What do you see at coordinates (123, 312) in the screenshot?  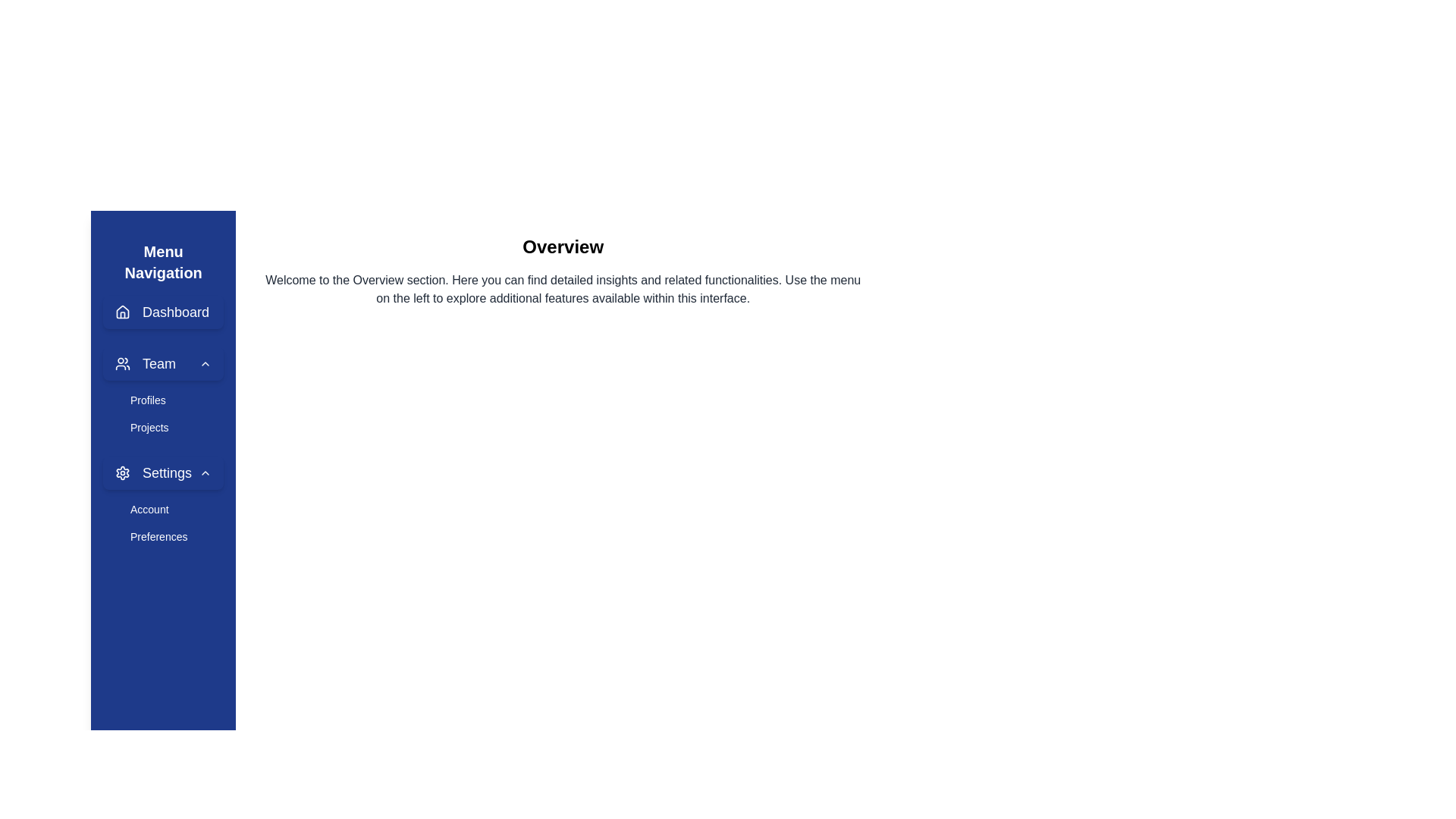 I see `the 'Dashboard' icon in the left navigation menu through keyboard navigation` at bounding box center [123, 312].